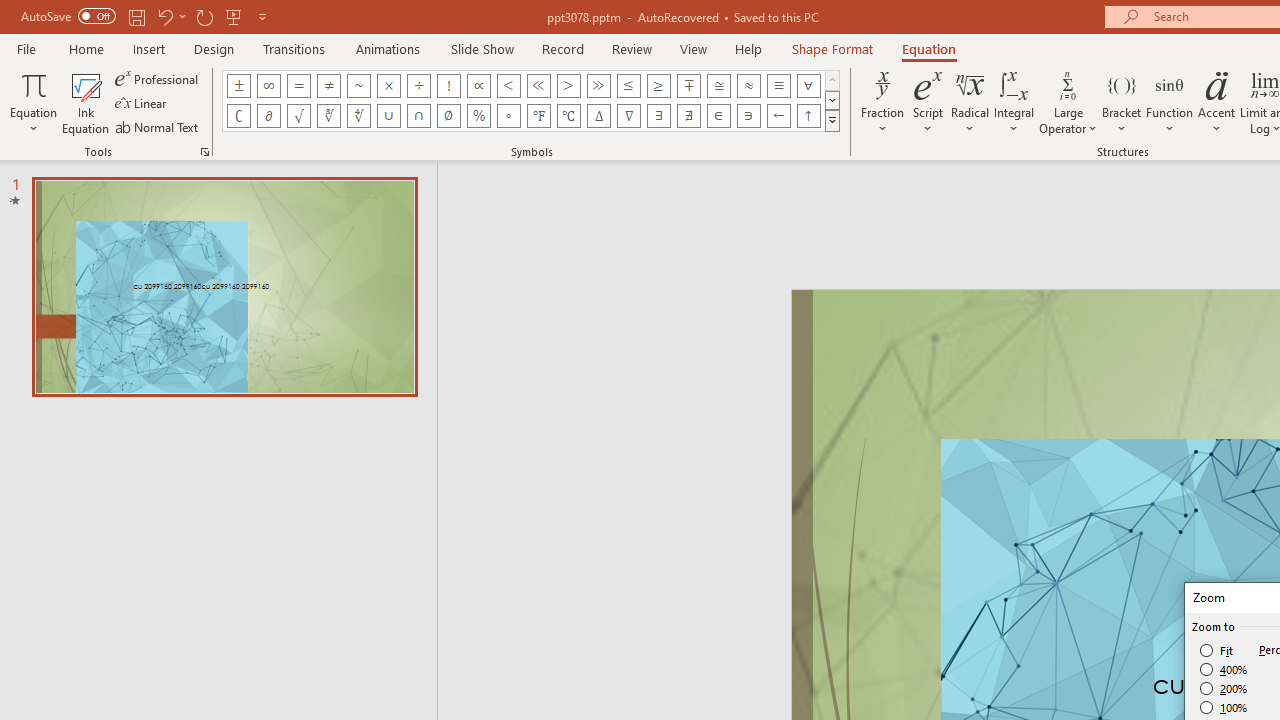 Image resolution: width=1280 pixels, height=720 pixels. What do you see at coordinates (628, 115) in the screenshot?
I see `'Equation Symbol Nabla'` at bounding box center [628, 115].